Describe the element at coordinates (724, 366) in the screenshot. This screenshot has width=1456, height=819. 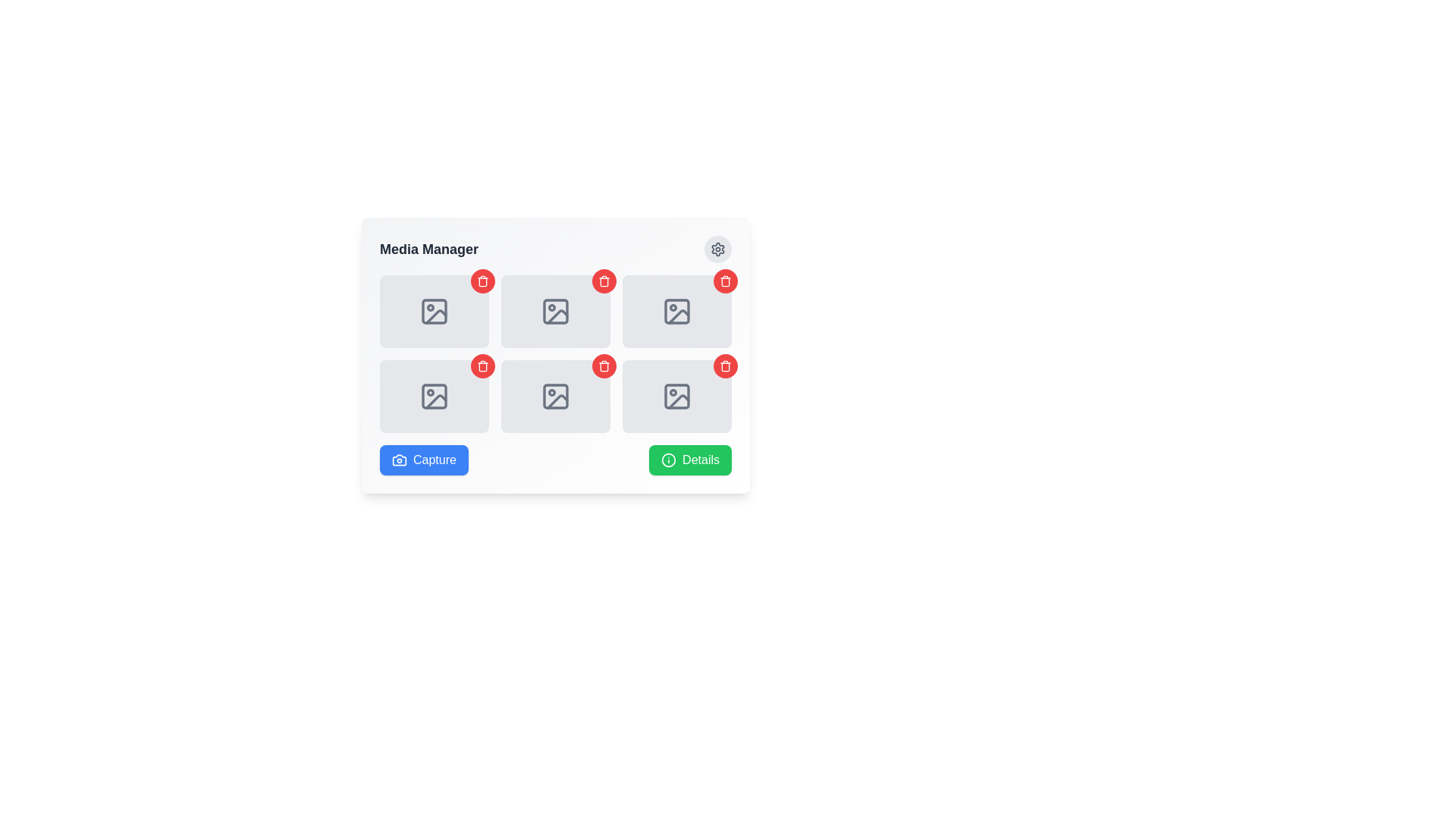
I see `the delete icon button located at the top-right corner of the third media box in the second row to initiate a delete action` at that location.